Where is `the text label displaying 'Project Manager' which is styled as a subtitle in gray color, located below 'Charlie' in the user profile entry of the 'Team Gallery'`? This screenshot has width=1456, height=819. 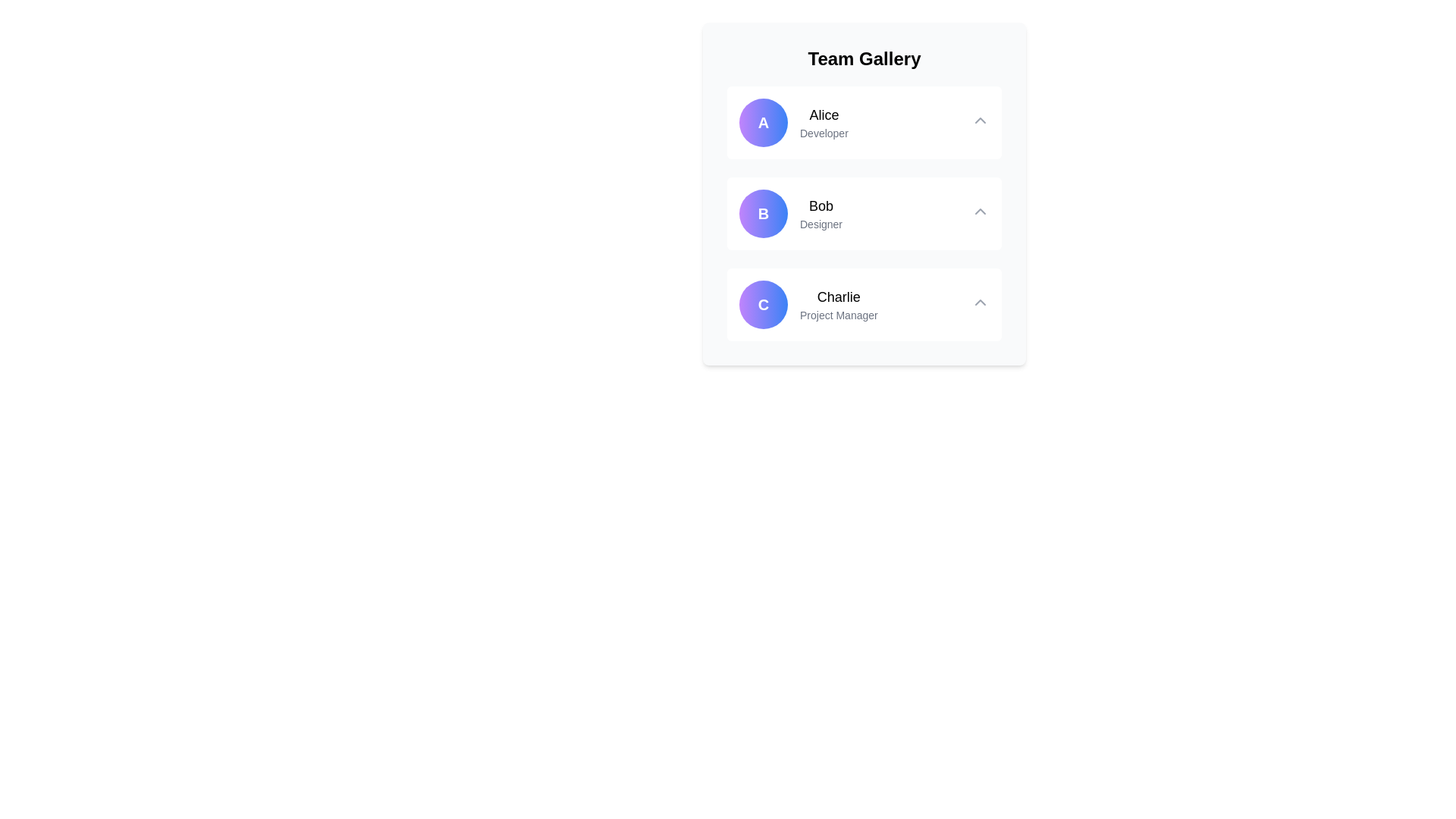 the text label displaying 'Project Manager' which is styled as a subtitle in gray color, located below 'Charlie' in the user profile entry of the 'Team Gallery' is located at coordinates (838, 315).